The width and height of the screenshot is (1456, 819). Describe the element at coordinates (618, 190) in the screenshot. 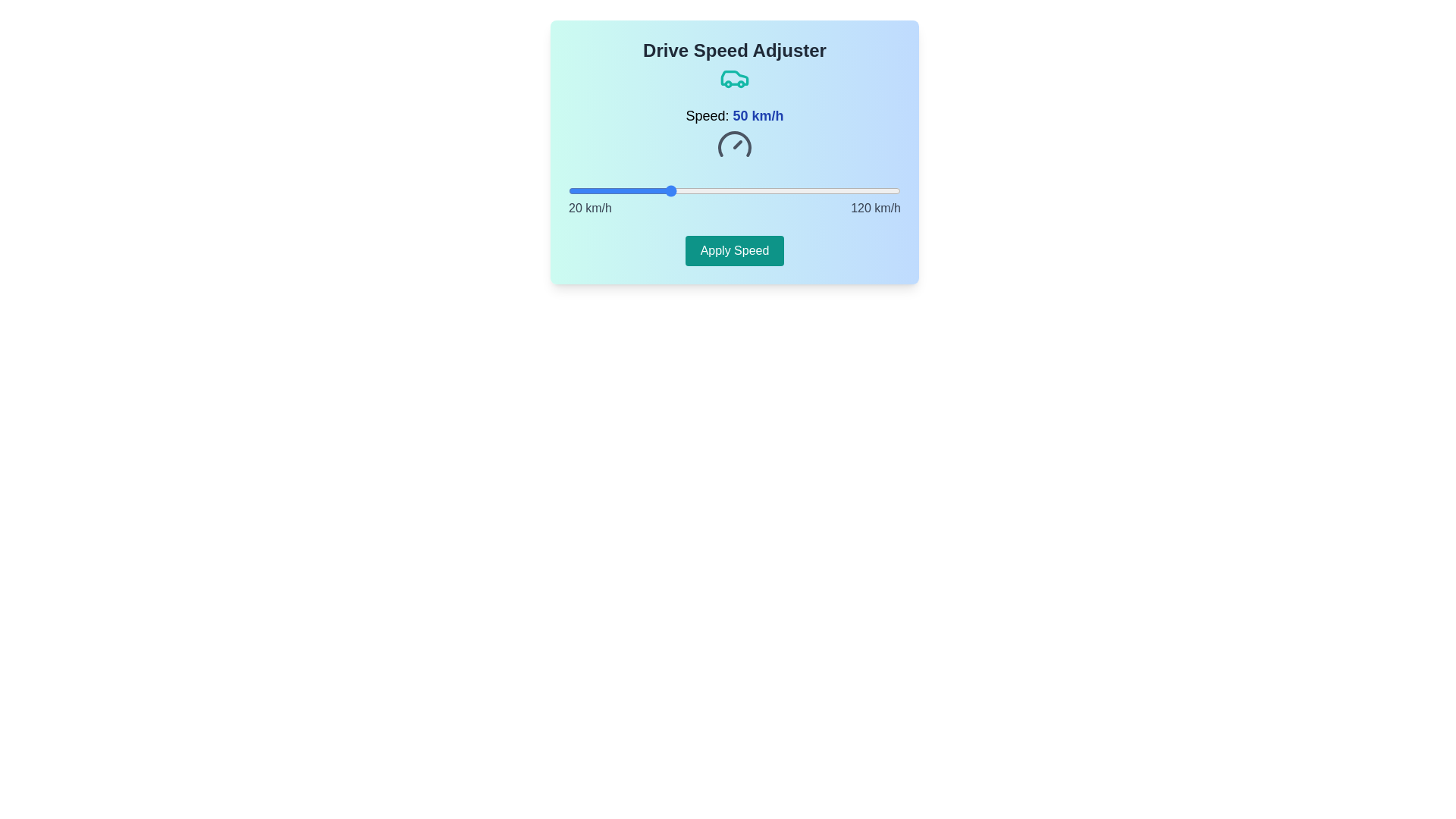

I see `the speed slider to set the speed to 35 km/h` at that location.